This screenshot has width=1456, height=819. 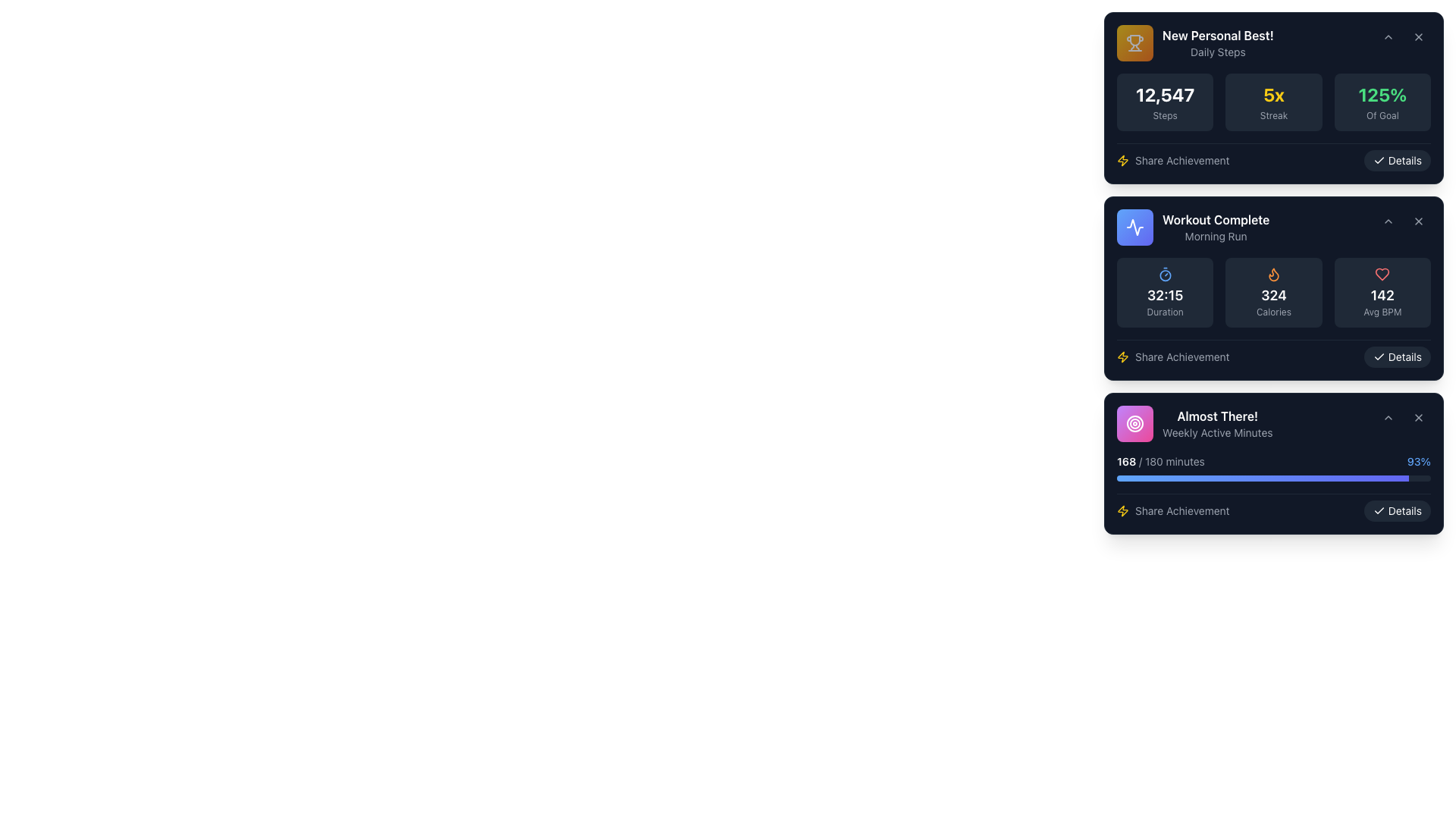 What do you see at coordinates (1388, 221) in the screenshot?
I see `the small upward-pointing chevron button located in the top-right corner of the 'Workout Complete' box` at bounding box center [1388, 221].